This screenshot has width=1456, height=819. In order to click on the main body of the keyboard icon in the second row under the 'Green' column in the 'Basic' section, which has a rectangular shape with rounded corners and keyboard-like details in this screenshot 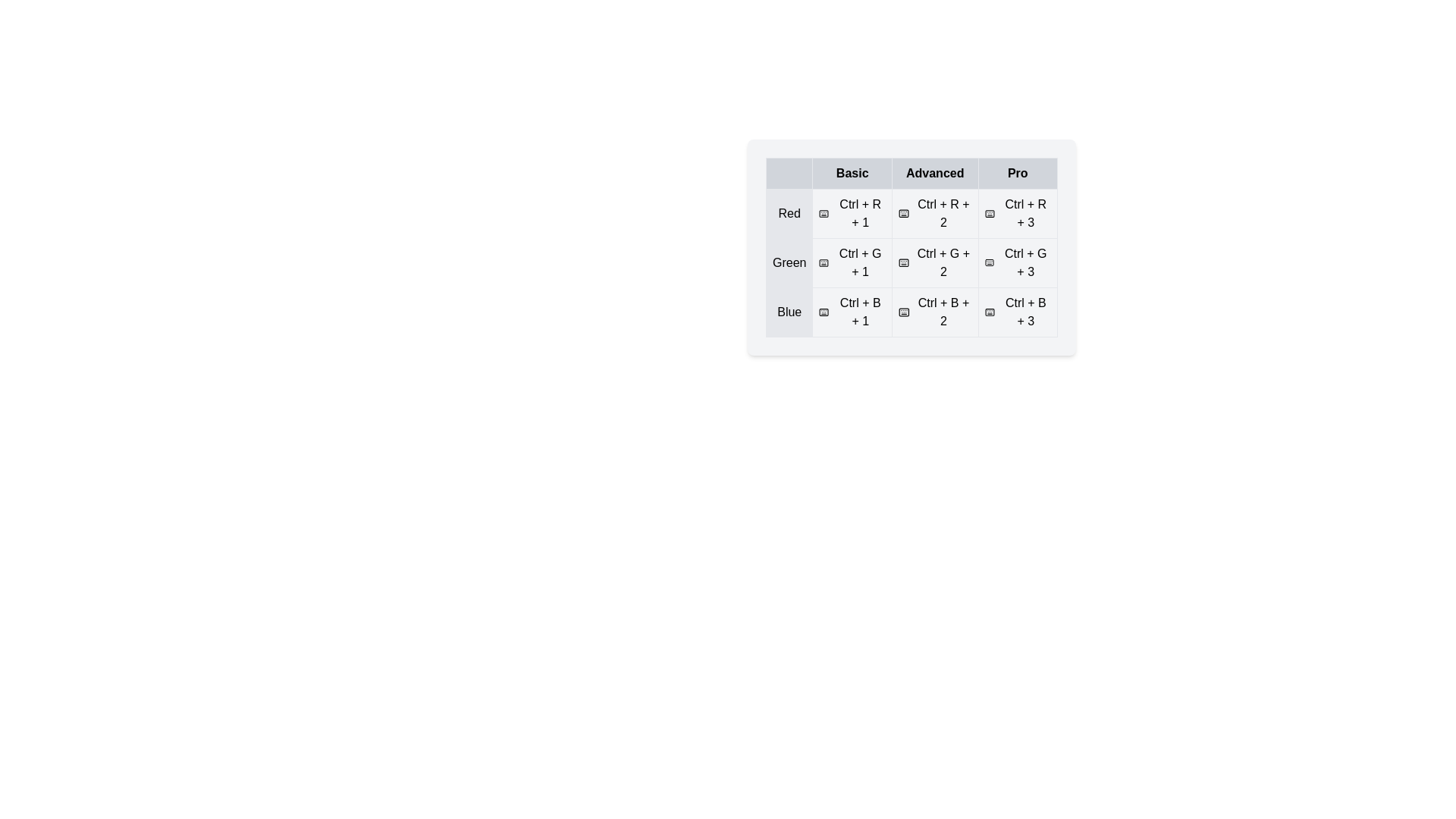, I will do `click(823, 262)`.